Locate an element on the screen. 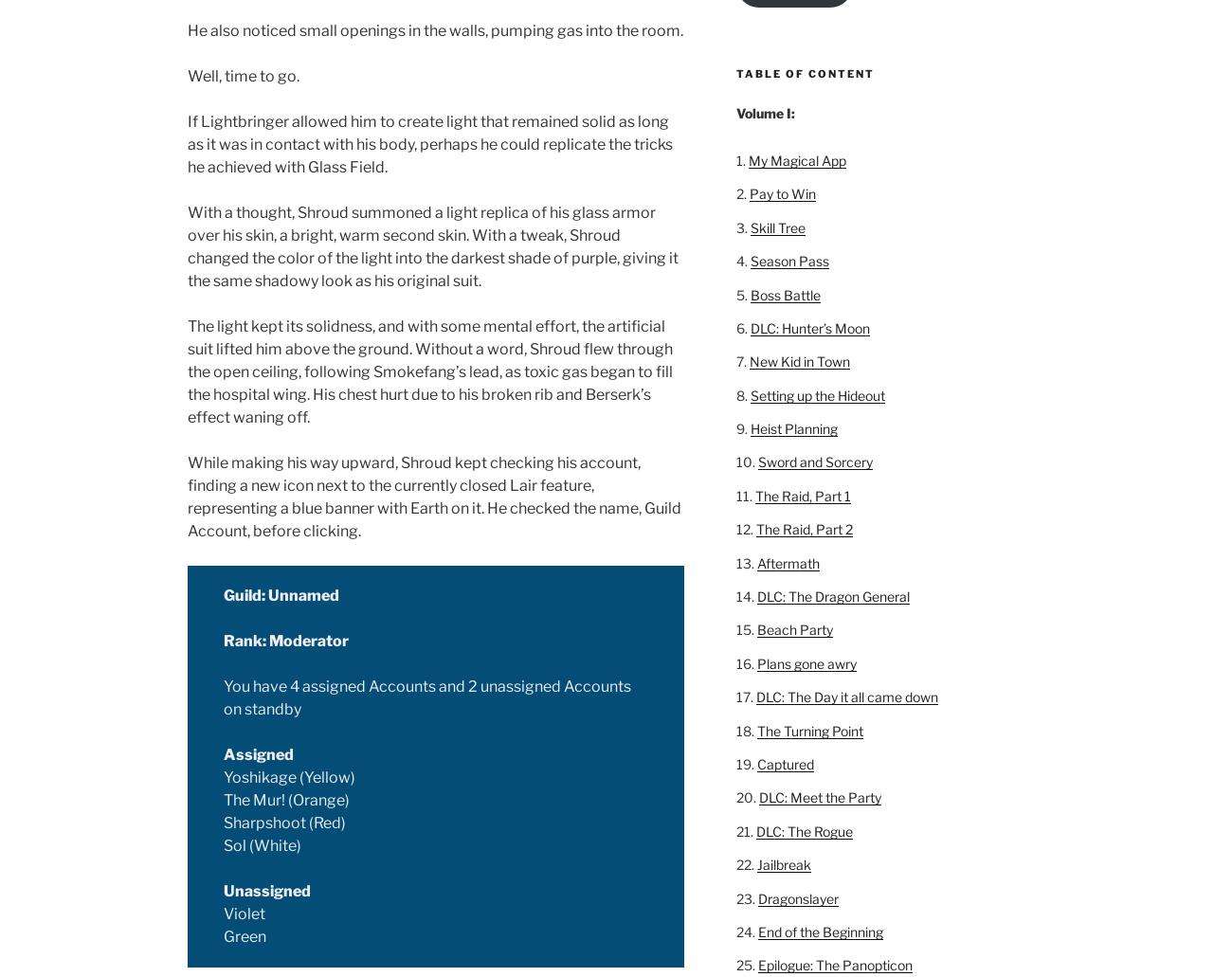 The height and width of the screenshot is (977, 1232). 'Unassigned' is located at coordinates (266, 890).